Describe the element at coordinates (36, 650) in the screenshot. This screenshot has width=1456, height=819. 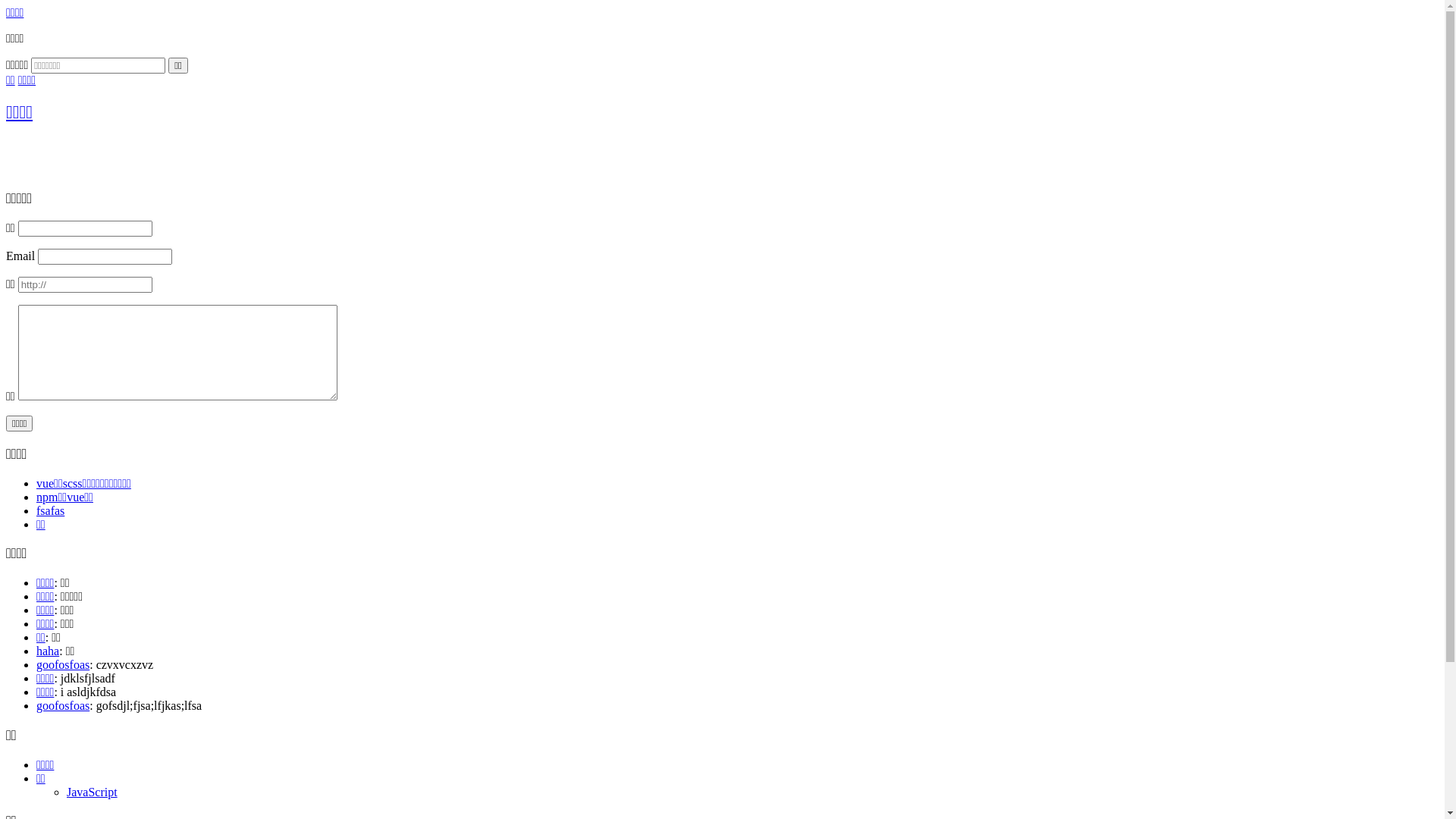
I see `'haha'` at that location.